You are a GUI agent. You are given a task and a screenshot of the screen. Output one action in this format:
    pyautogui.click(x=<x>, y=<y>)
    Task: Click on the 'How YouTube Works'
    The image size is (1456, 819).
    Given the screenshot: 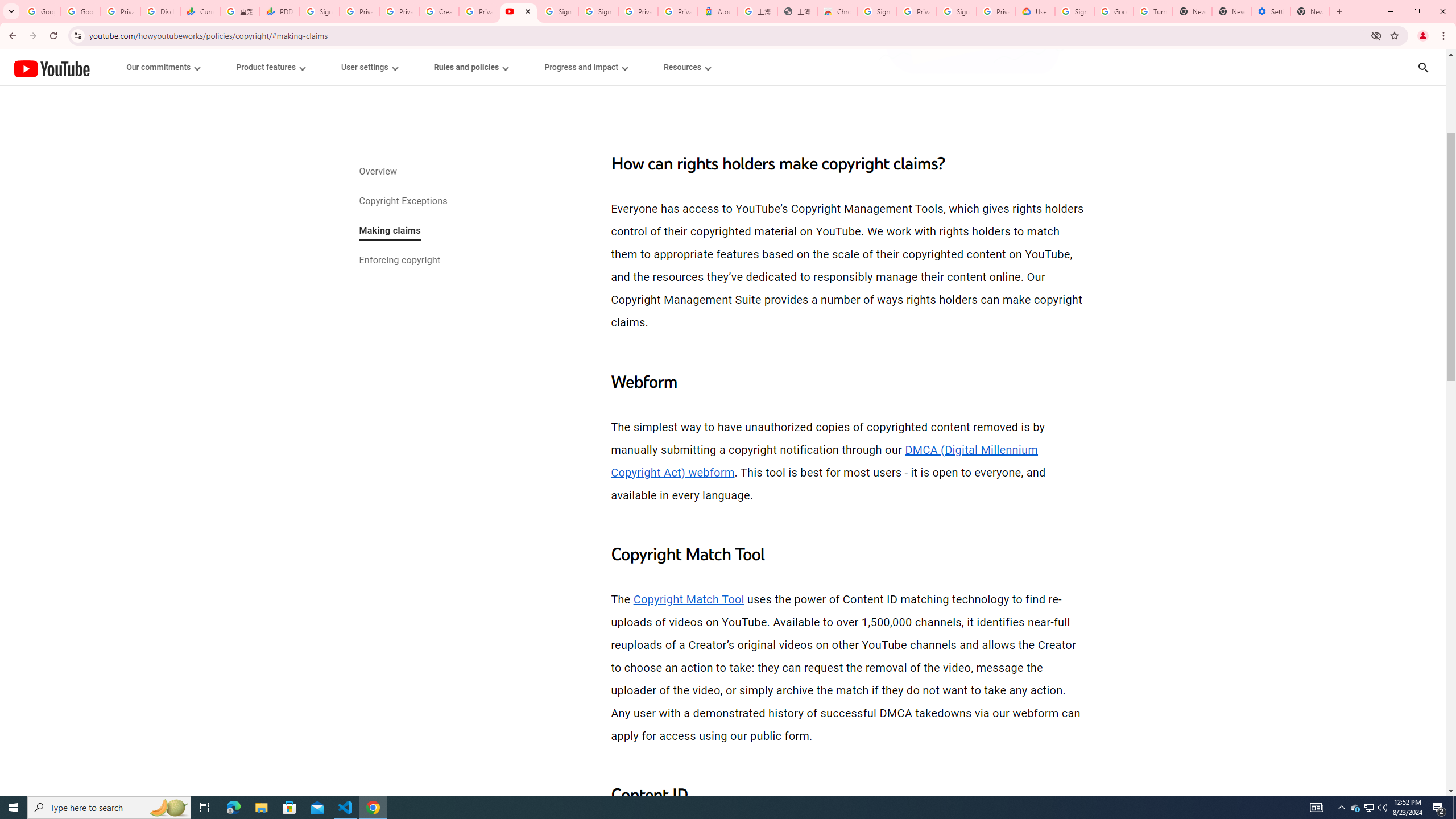 What is the action you would take?
    pyautogui.click(x=51, y=67)
    